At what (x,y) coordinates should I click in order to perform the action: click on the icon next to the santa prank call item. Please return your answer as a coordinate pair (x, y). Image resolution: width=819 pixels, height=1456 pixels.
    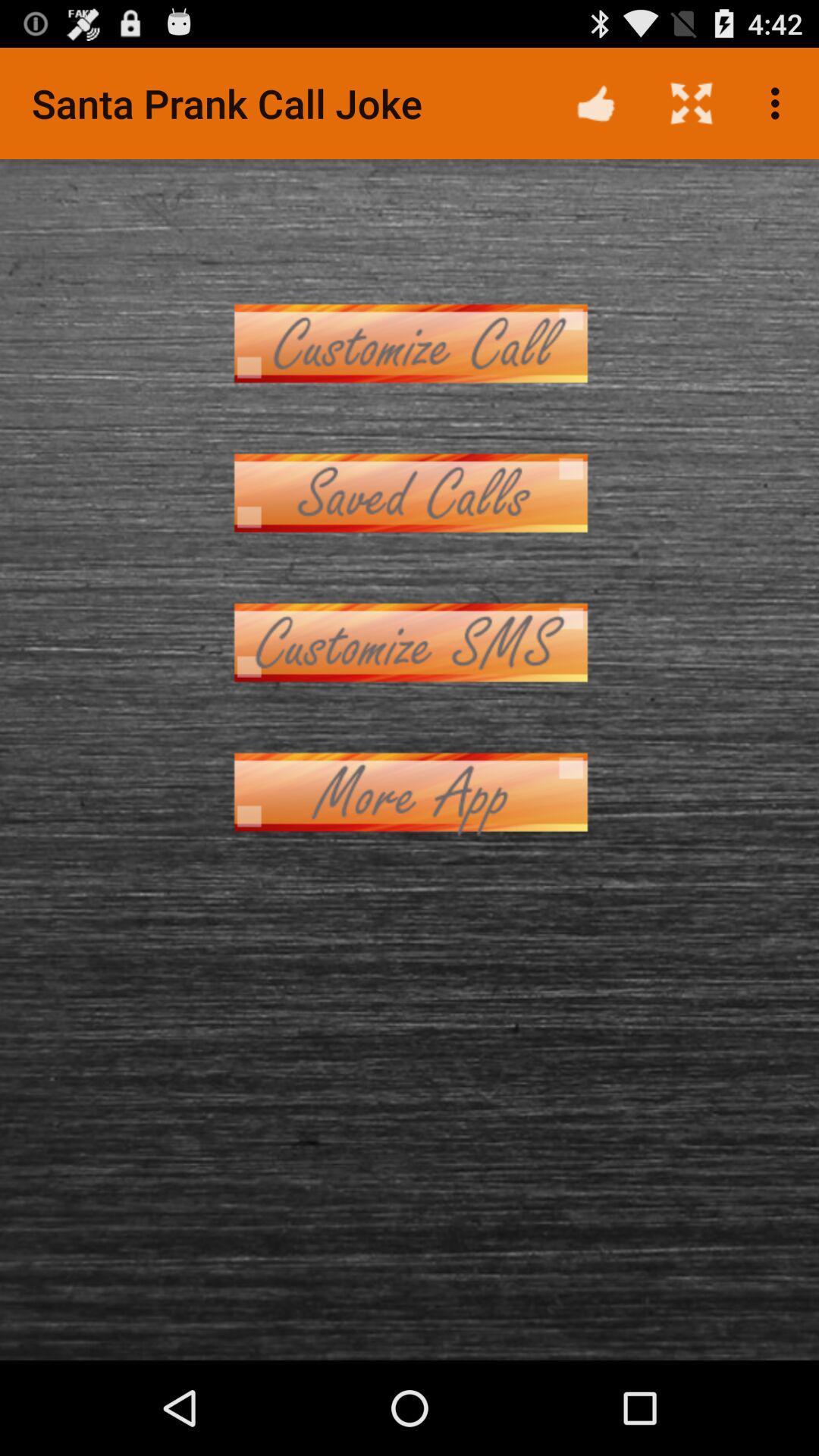
    Looking at the image, I should click on (595, 102).